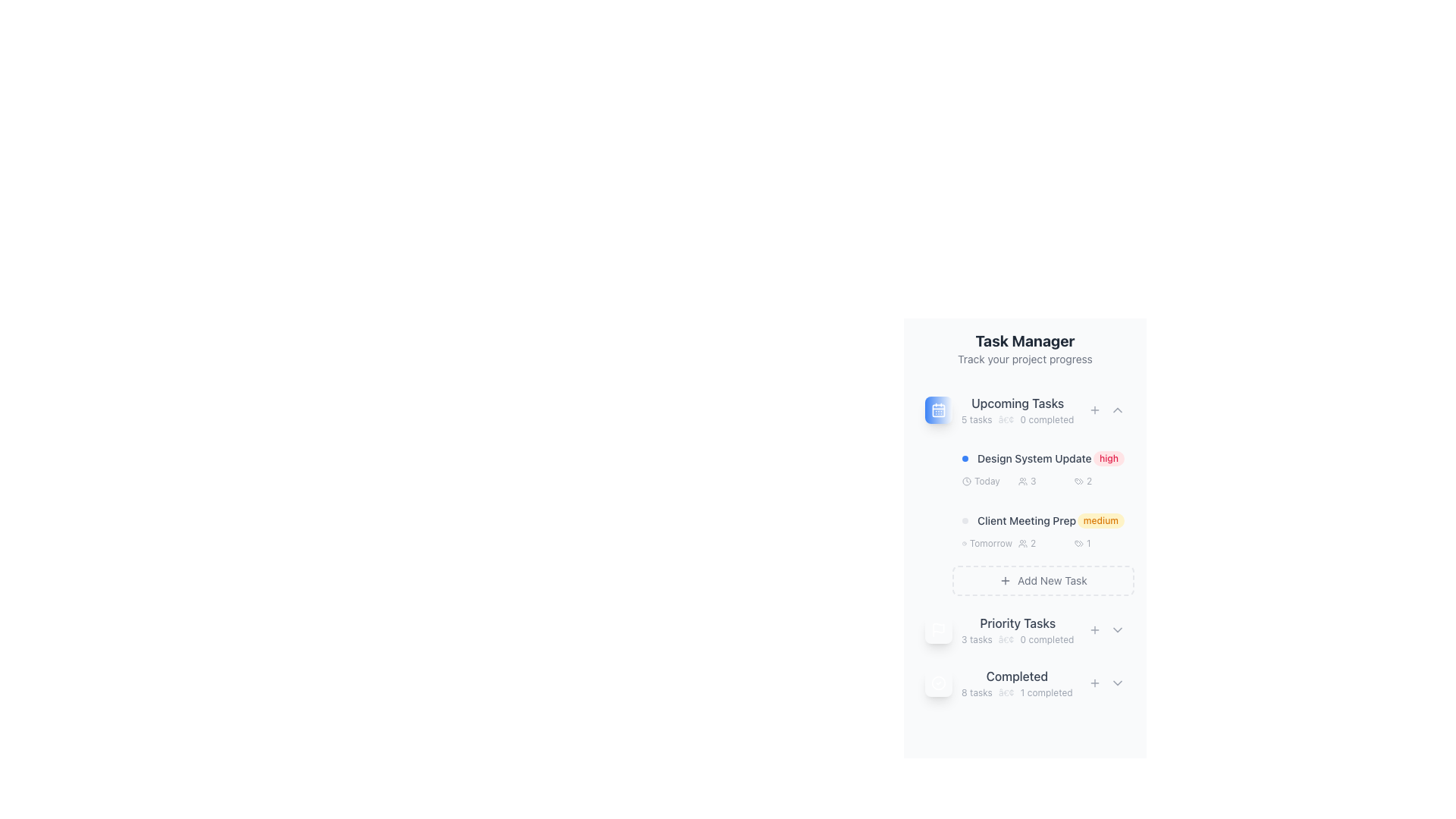  I want to click on the Informational Label displaying 'Priority Tasks' with the text '3 tasks • 0 completed' located in the second task section on the right-hand side of the interface, so click(1018, 629).